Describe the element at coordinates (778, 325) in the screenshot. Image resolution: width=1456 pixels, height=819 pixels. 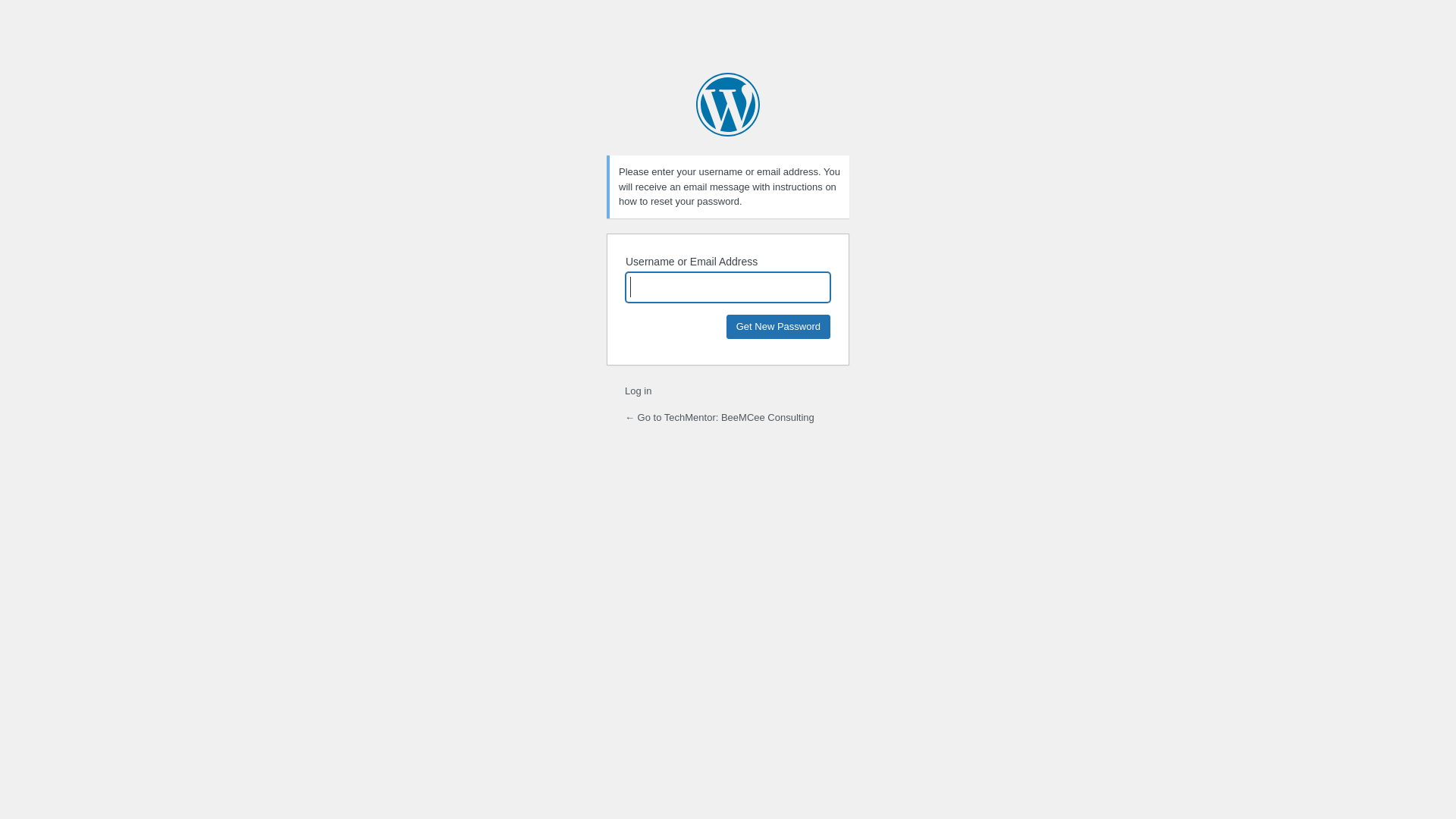
I see `'Get New Password'` at that location.